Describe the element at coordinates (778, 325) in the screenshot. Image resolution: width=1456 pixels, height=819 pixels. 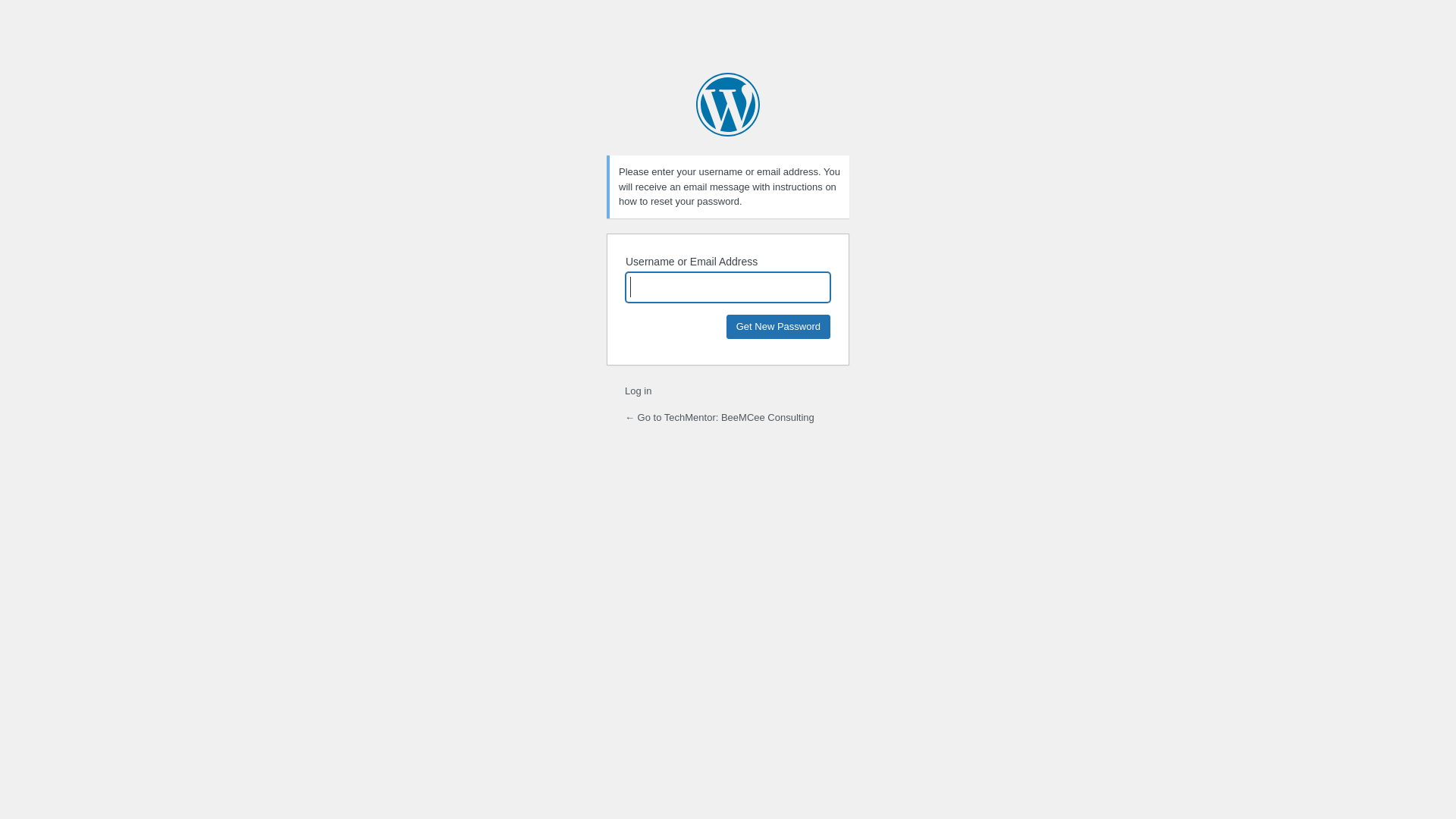
I see `'Get New Password'` at that location.